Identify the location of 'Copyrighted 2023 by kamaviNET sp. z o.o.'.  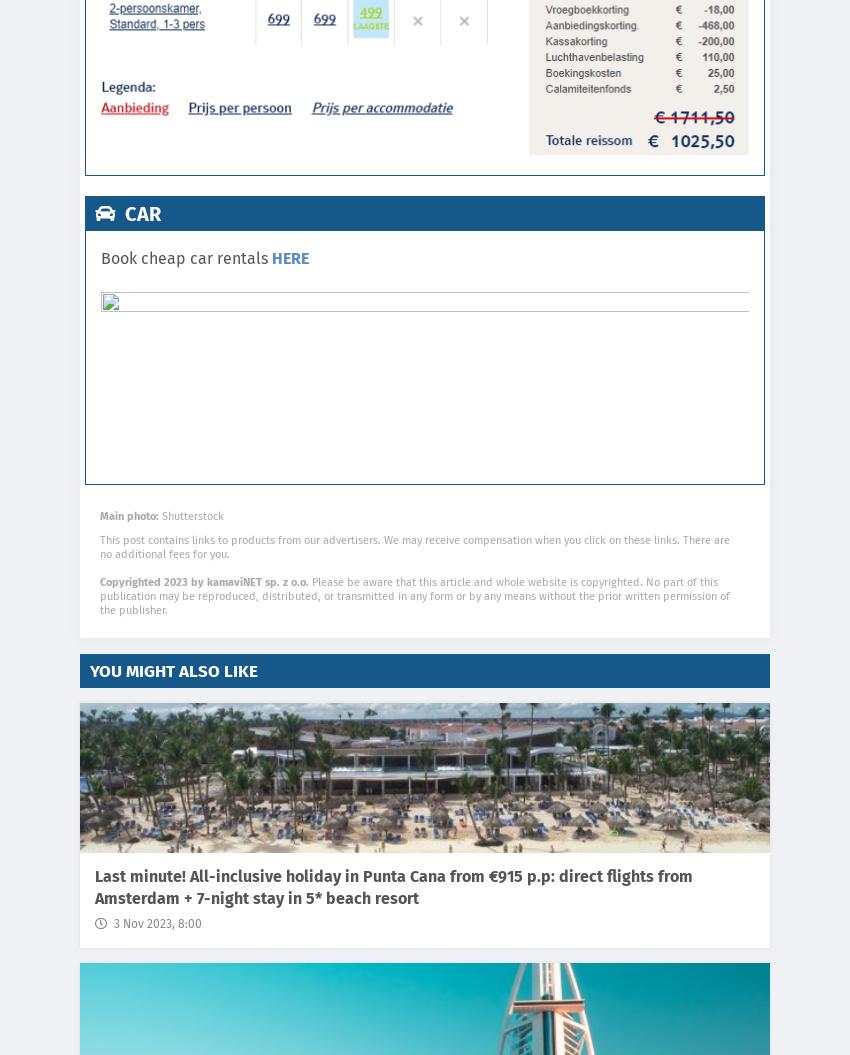
(203, 581).